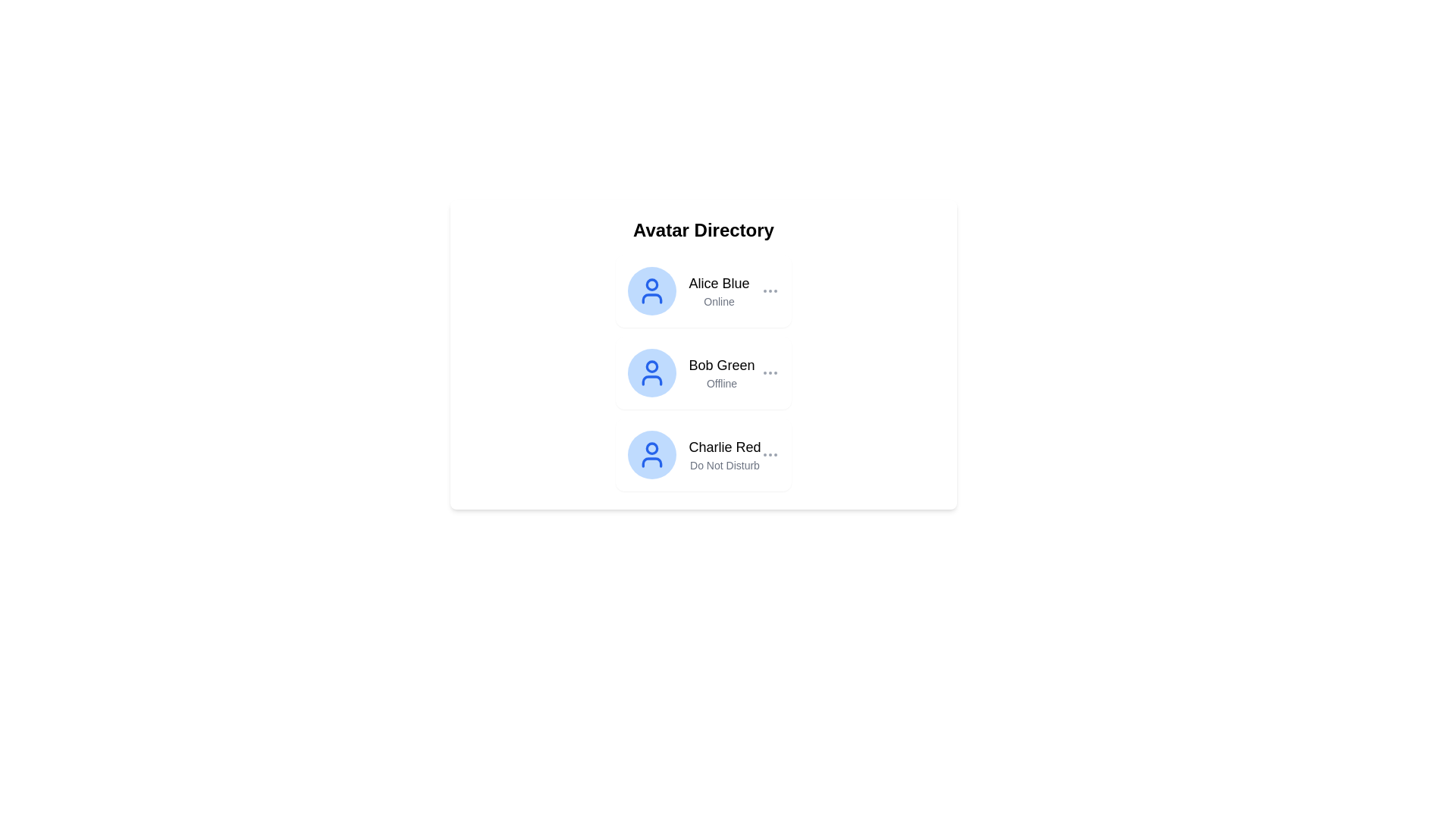 This screenshot has height=819, width=1456. Describe the element at coordinates (770, 373) in the screenshot. I see `the vertical ellipsis icon button located on the right side of the row for 'Bob Green'` at that location.